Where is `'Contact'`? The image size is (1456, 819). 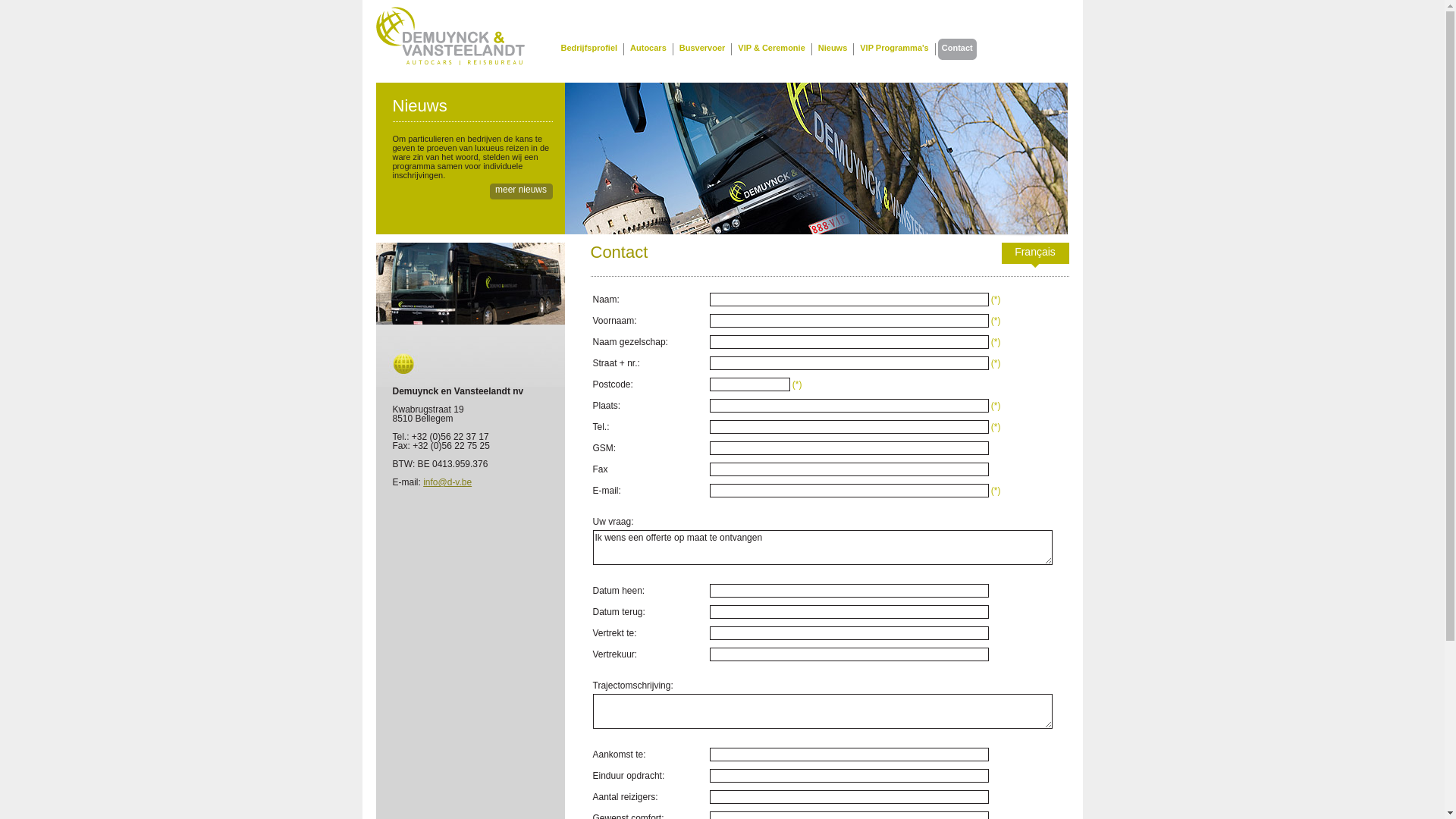 'Contact' is located at coordinates (956, 49).